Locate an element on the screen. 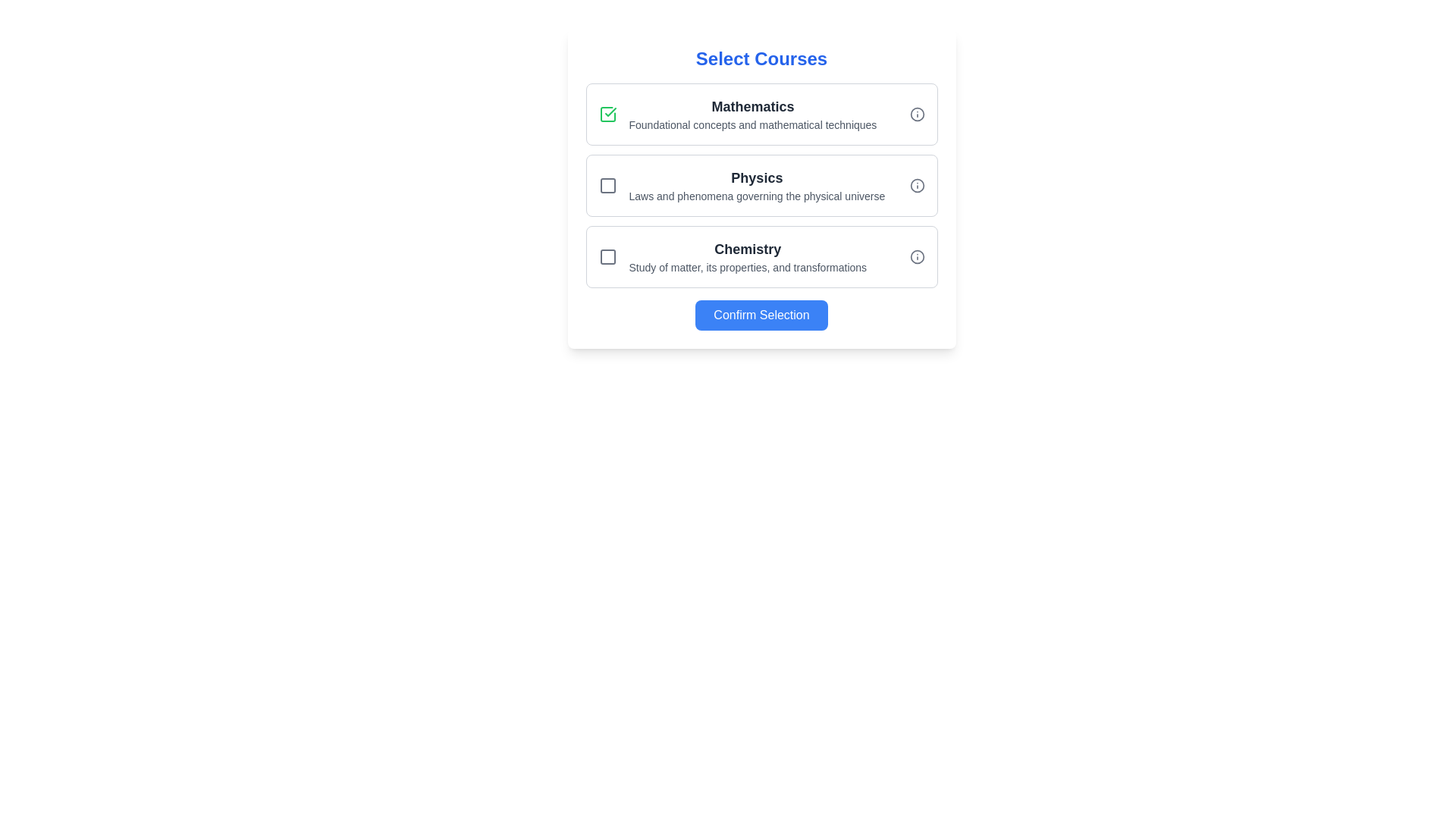 The width and height of the screenshot is (1456, 819). the icon located at the top-right corner of the 'Chemistry' course selection row, which provides supplementary details or hints about the course is located at coordinates (916, 256).